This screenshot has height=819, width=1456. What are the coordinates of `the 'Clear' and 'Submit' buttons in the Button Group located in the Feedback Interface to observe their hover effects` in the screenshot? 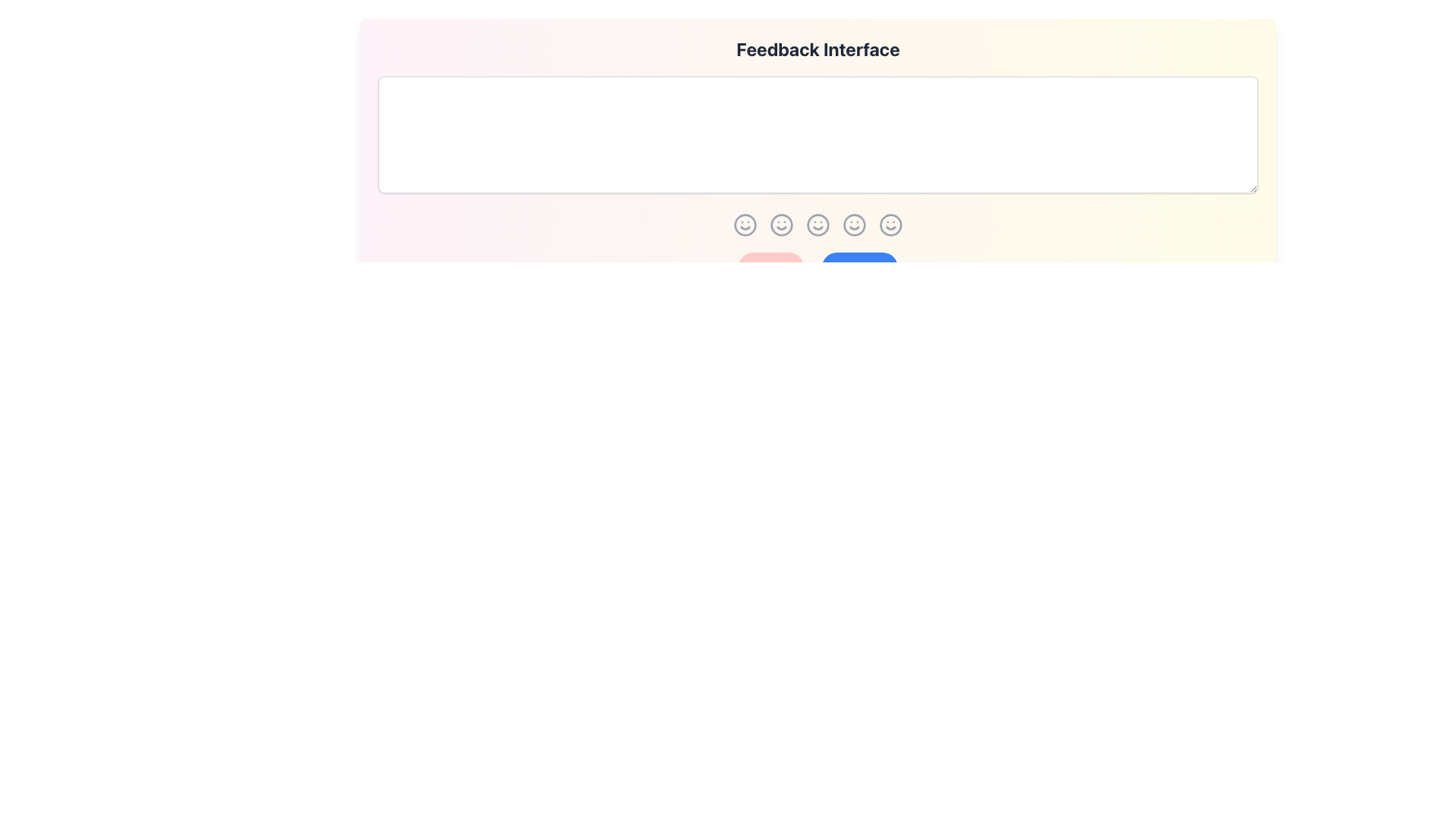 It's located at (817, 267).